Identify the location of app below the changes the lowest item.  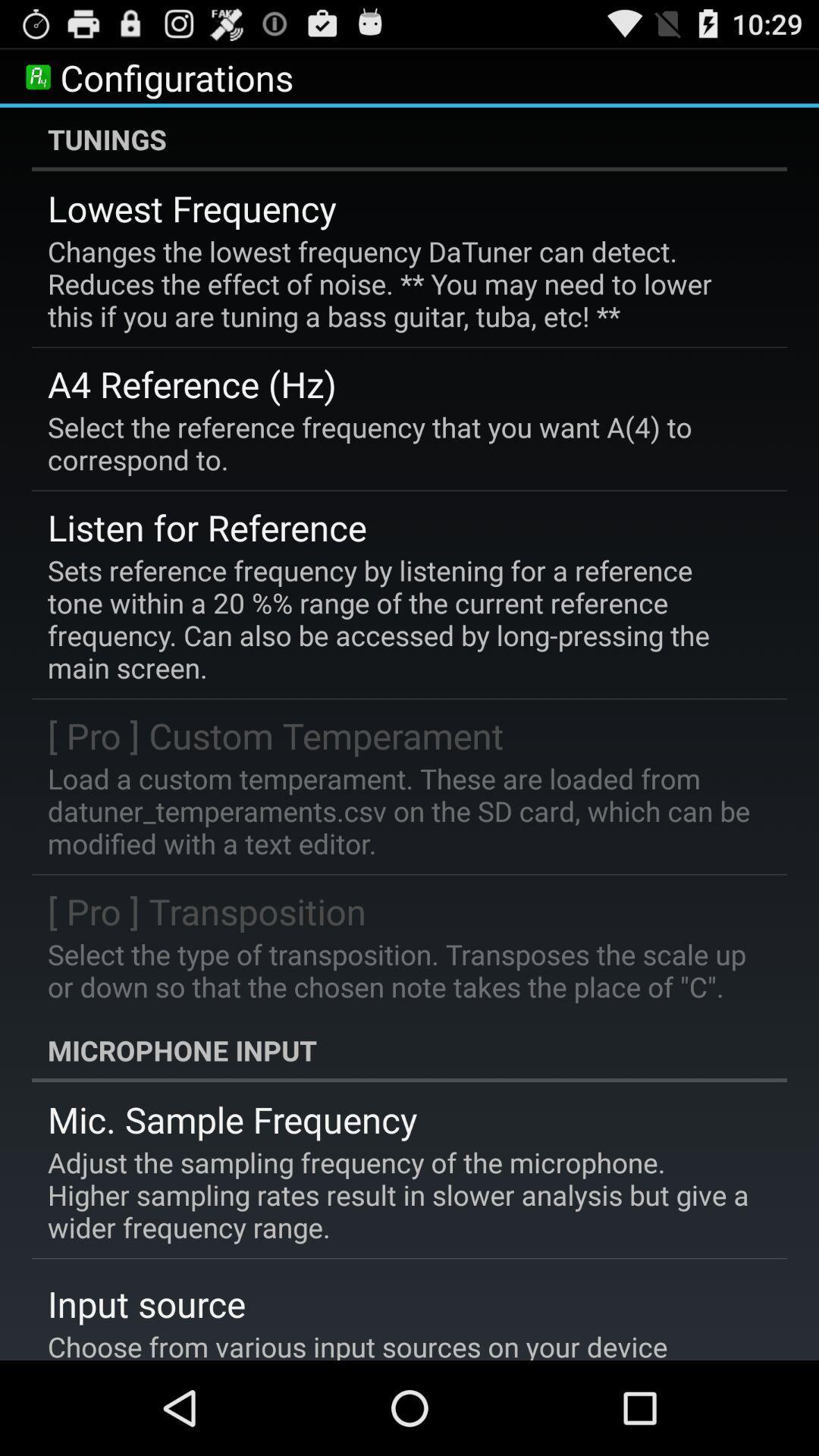
(191, 384).